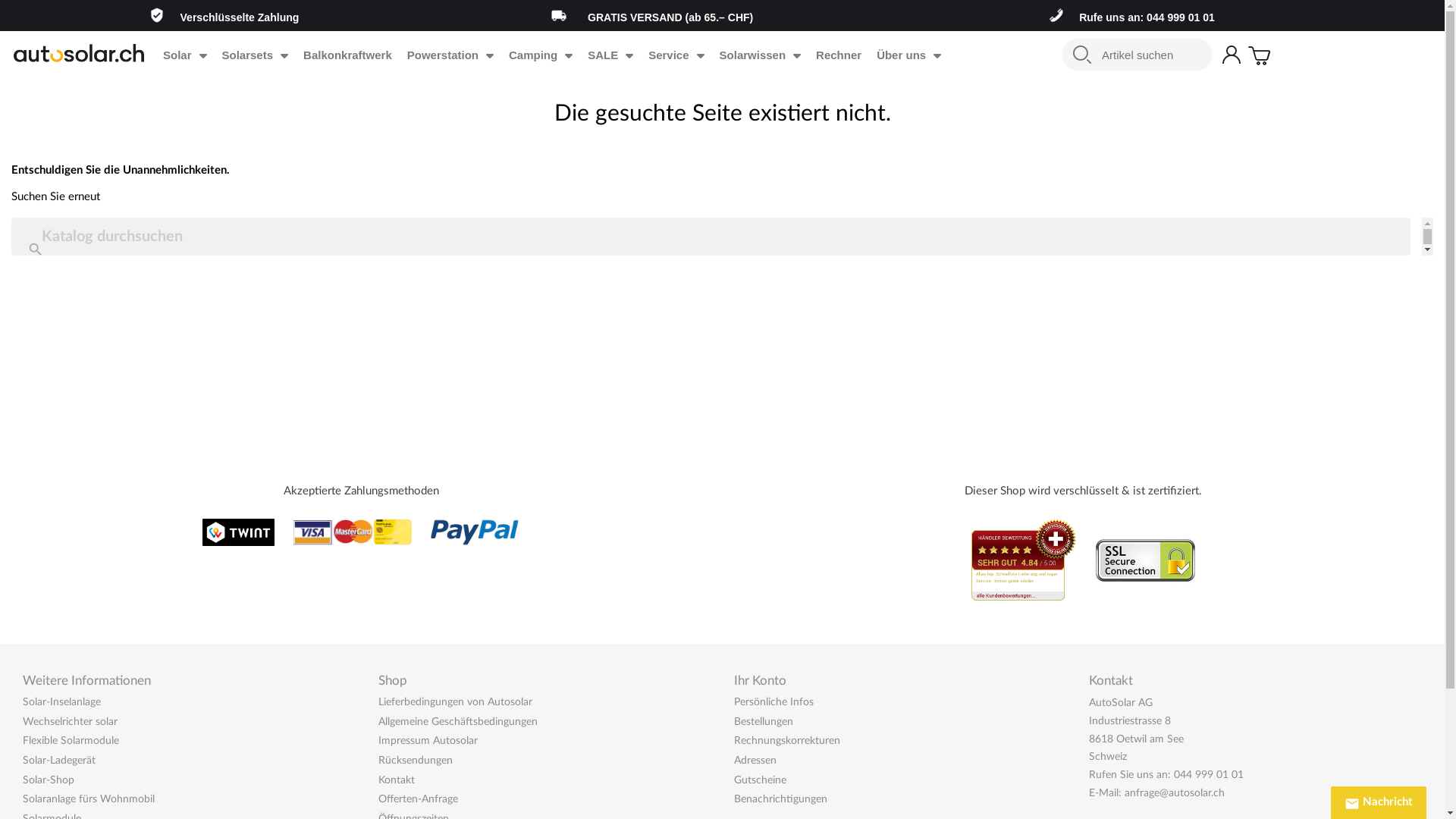 This screenshot has width=1456, height=819. What do you see at coordinates (734, 721) in the screenshot?
I see `'Bestellungen'` at bounding box center [734, 721].